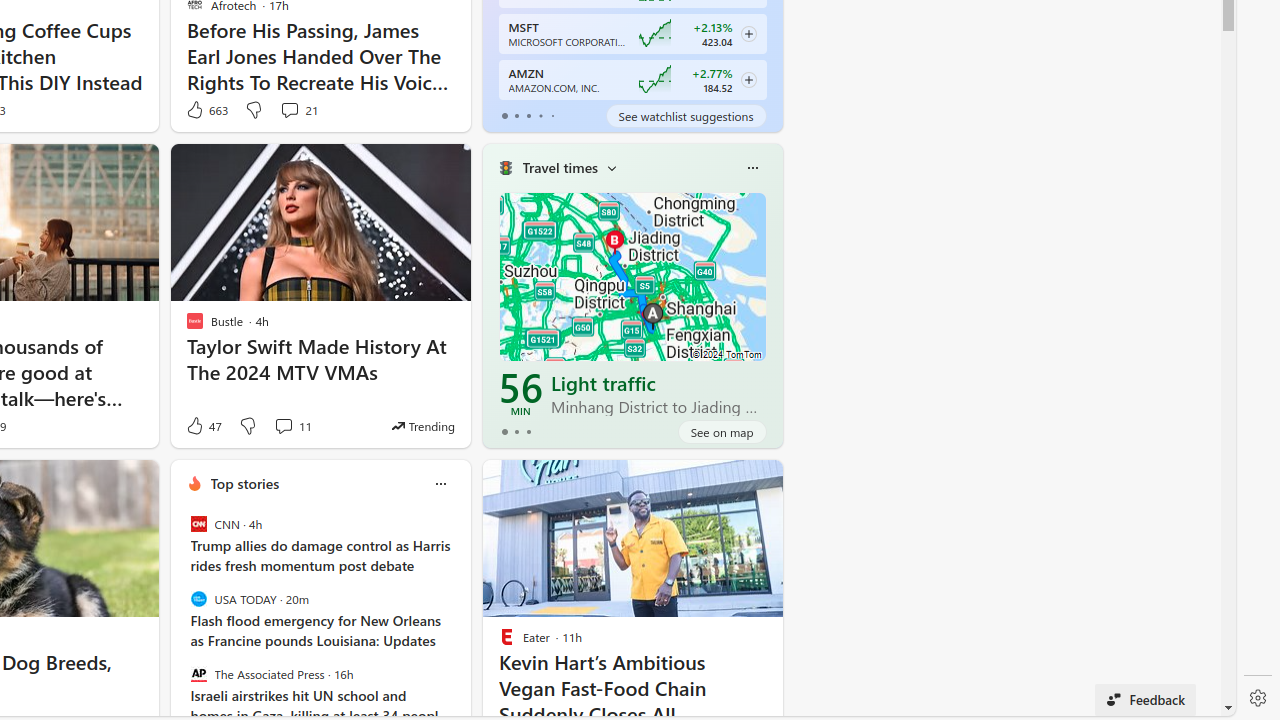  I want to click on 'USA TODAY USA TODAY 20 minutes Flash flood emergency for New Orleans as Francine pounds Louisiana: Updates', so click(320, 618).